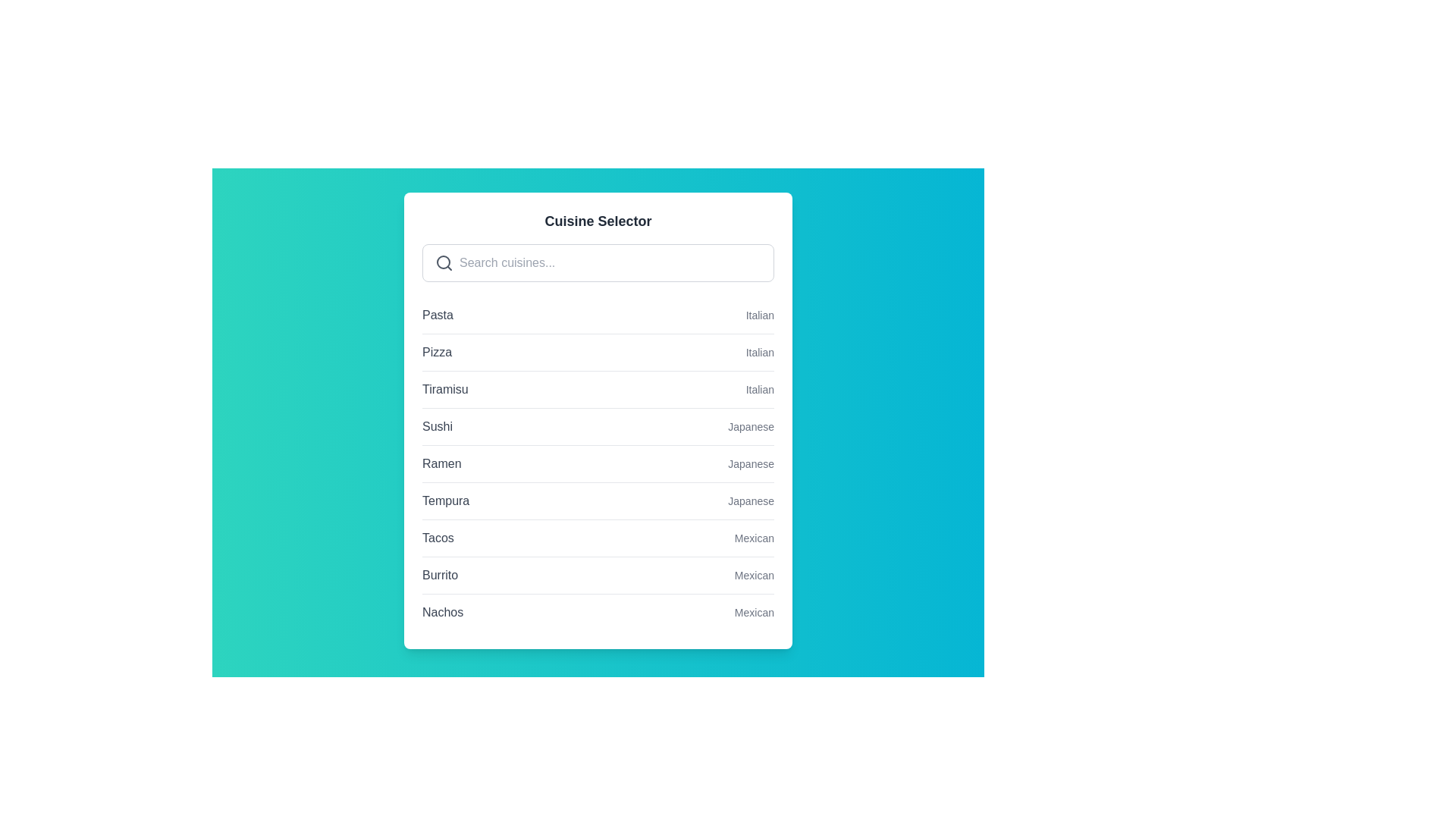 Image resolution: width=1456 pixels, height=819 pixels. What do you see at coordinates (443, 262) in the screenshot?
I see `search icon located at the leftmost side of the input field for 'Search cuisines...' to gather visual reference` at bounding box center [443, 262].